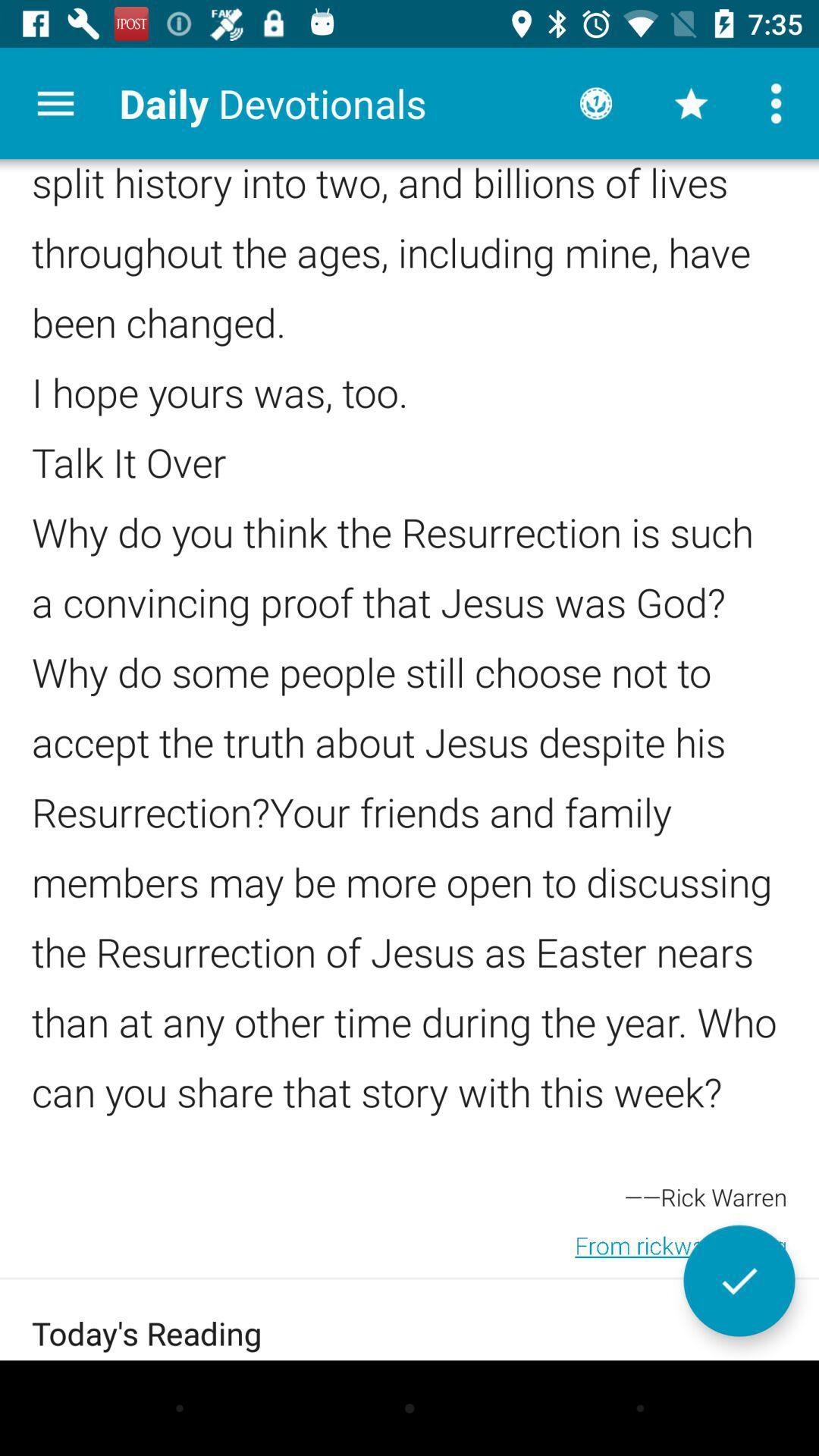 This screenshot has height=1456, width=819. Describe the element at coordinates (739, 1280) in the screenshot. I see `the check icon` at that location.